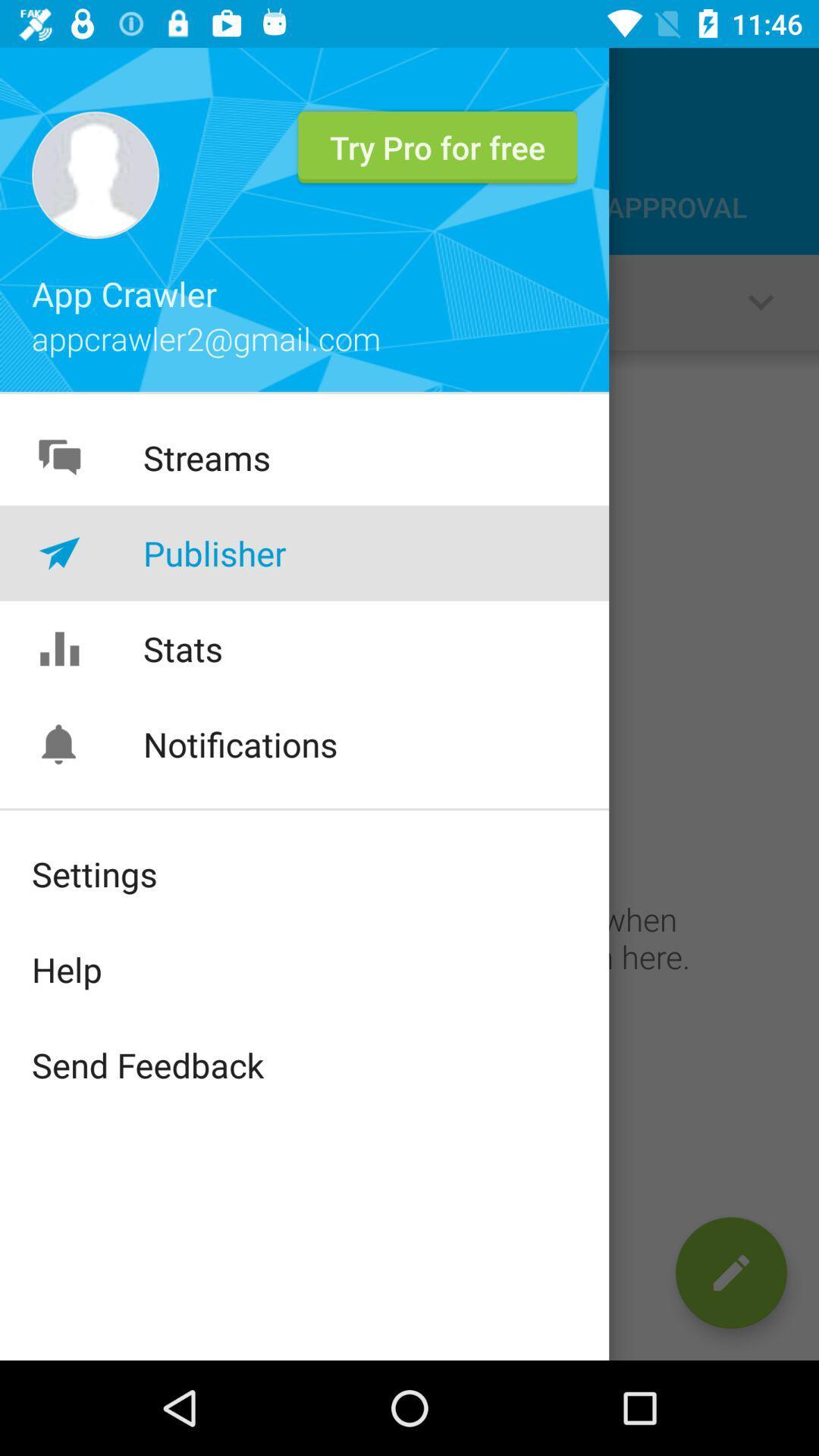 The image size is (819, 1456). I want to click on the edit icon, so click(730, 1272).